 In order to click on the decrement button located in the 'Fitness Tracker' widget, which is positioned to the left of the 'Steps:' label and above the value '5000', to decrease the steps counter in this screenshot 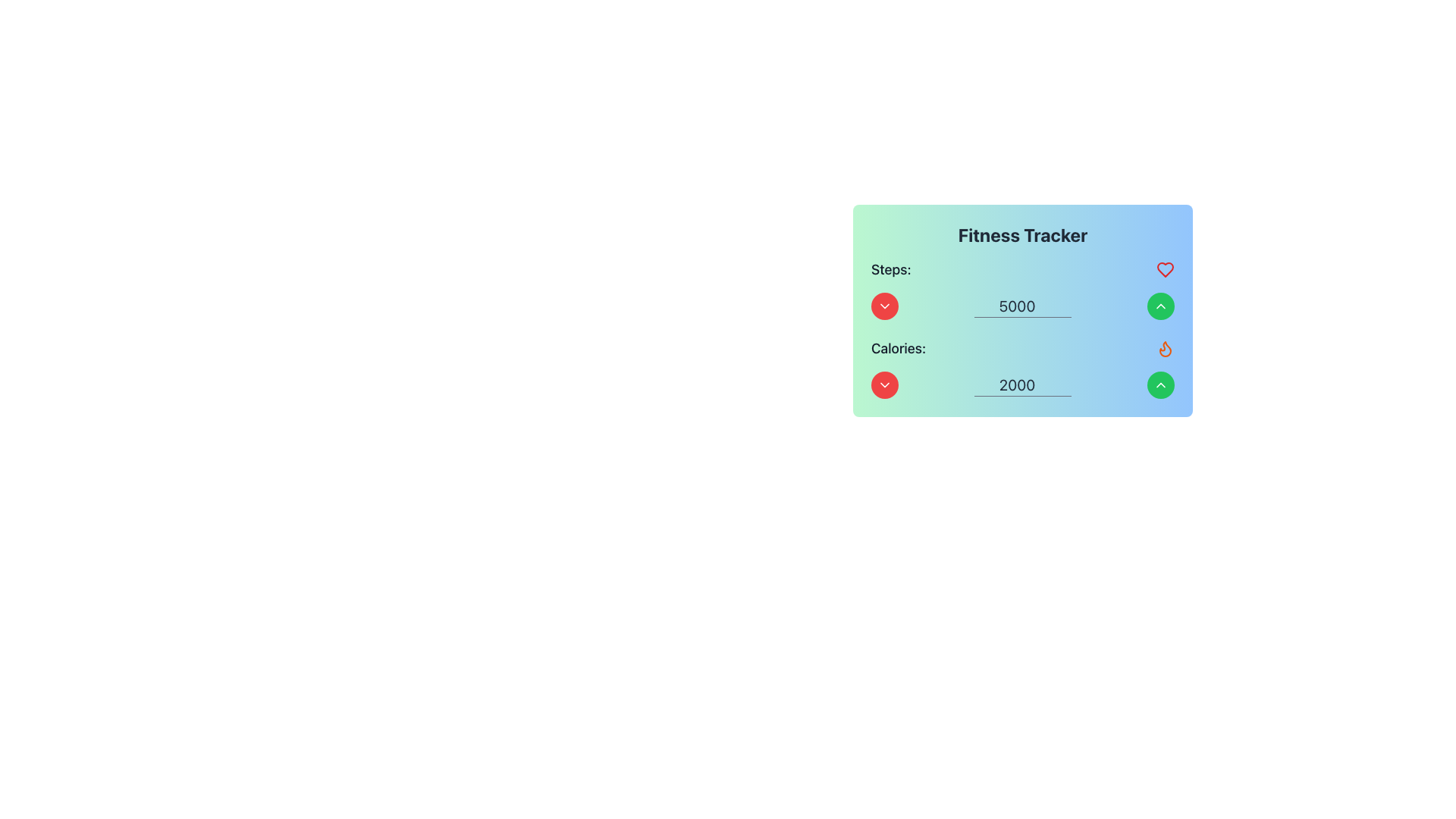, I will do `click(884, 306)`.